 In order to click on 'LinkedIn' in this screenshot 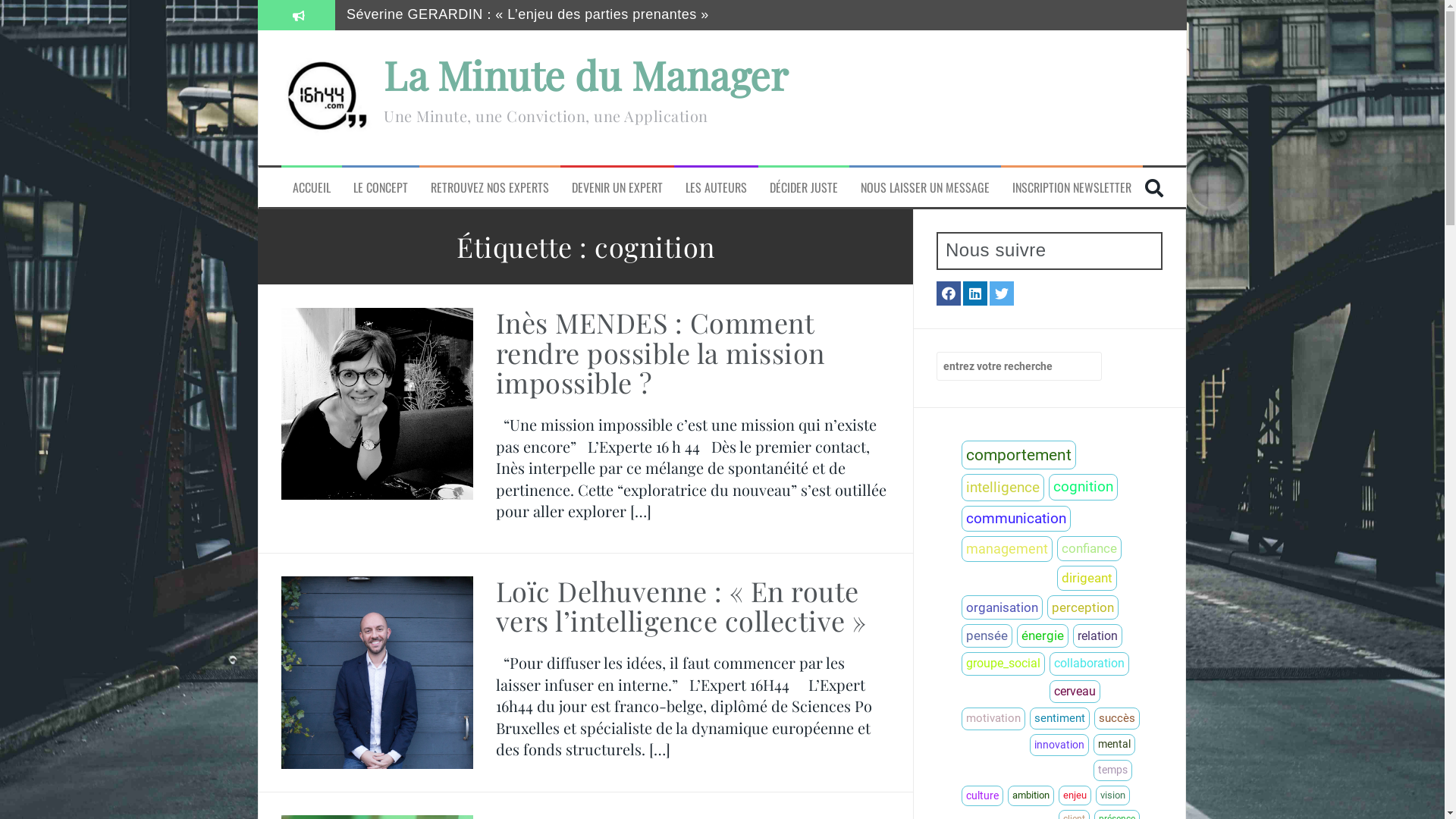, I will do `click(975, 293)`.